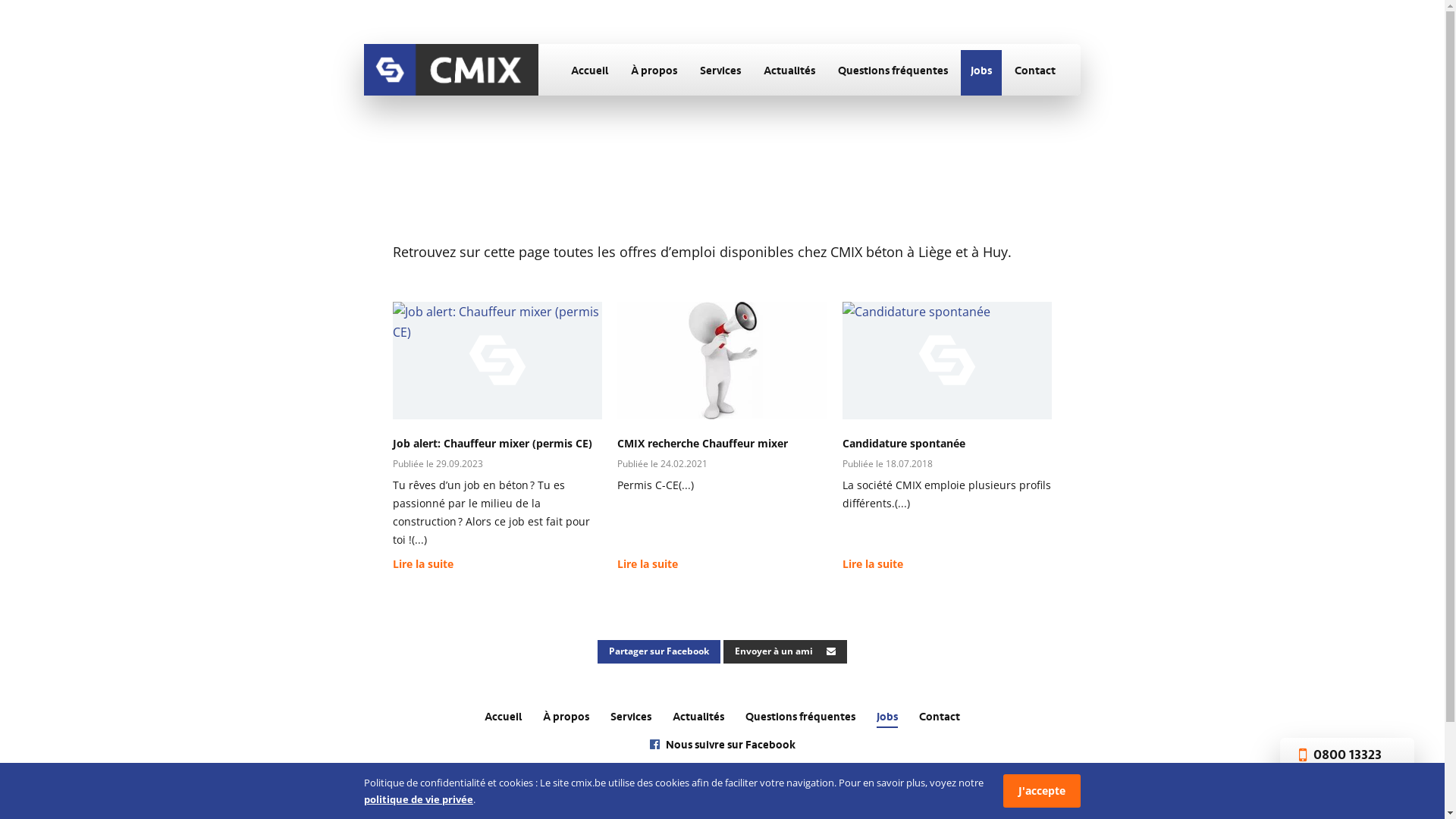  What do you see at coordinates (630, 718) in the screenshot?
I see `'Services'` at bounding box center [630, 718].